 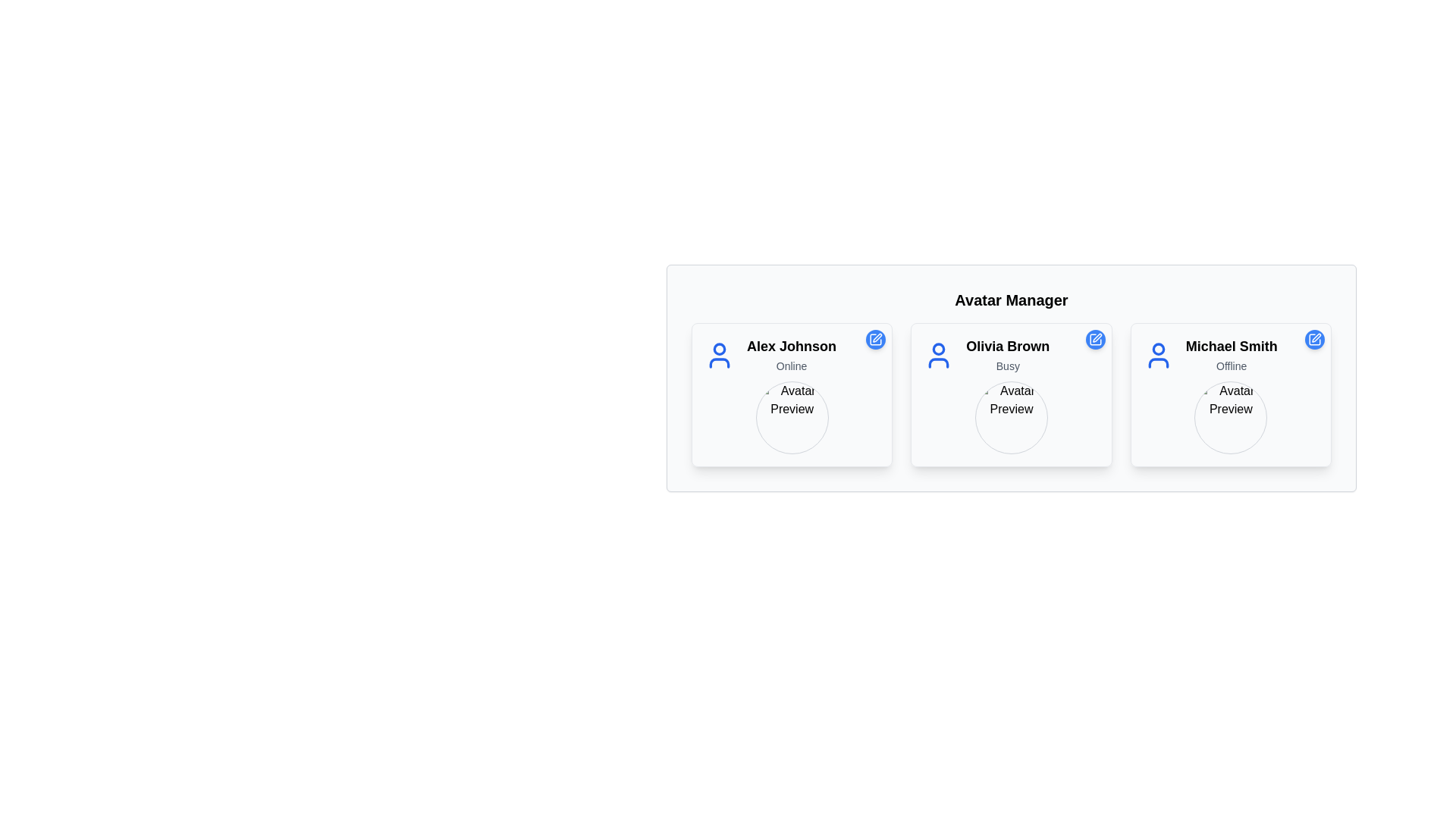 I want to click on the blue-colored user silhouette icon located in the top-left section of the panel for user 'Alex Johnson', positioned directly above their name and status text, so click(x=719, y=356).